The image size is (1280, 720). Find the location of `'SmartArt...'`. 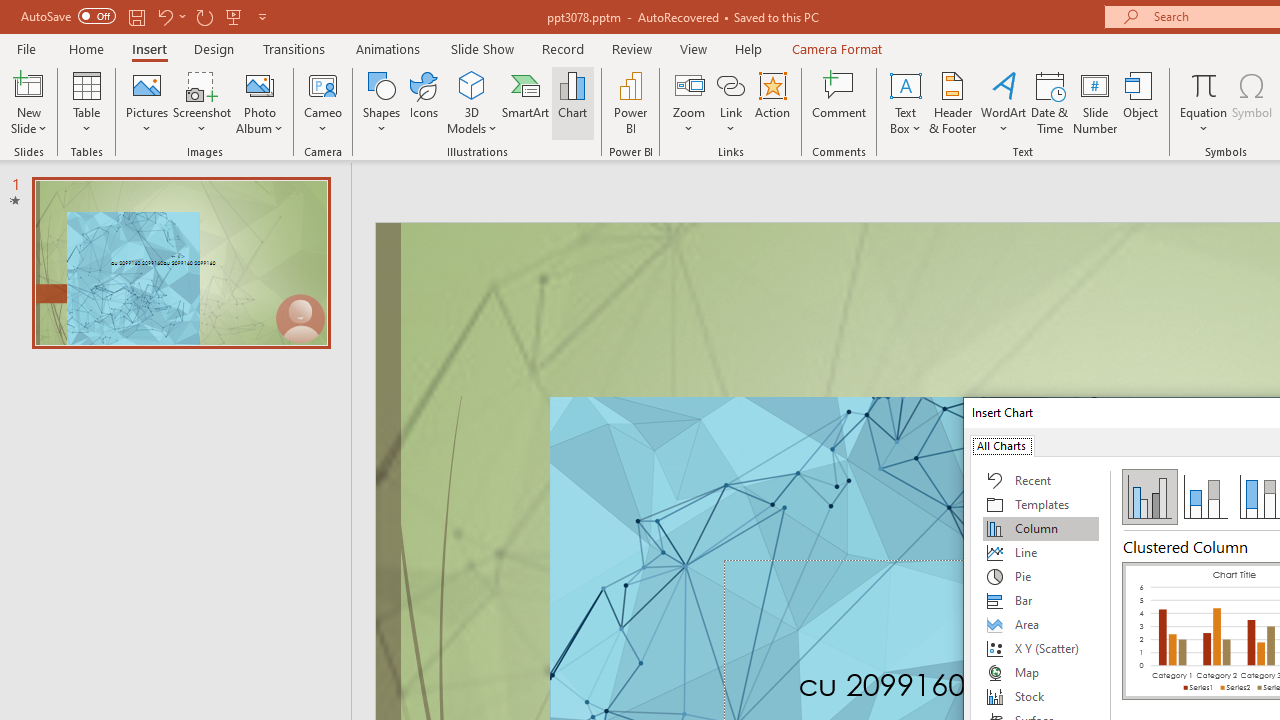

'SmartArt...' is located at coordinates (526, 103).